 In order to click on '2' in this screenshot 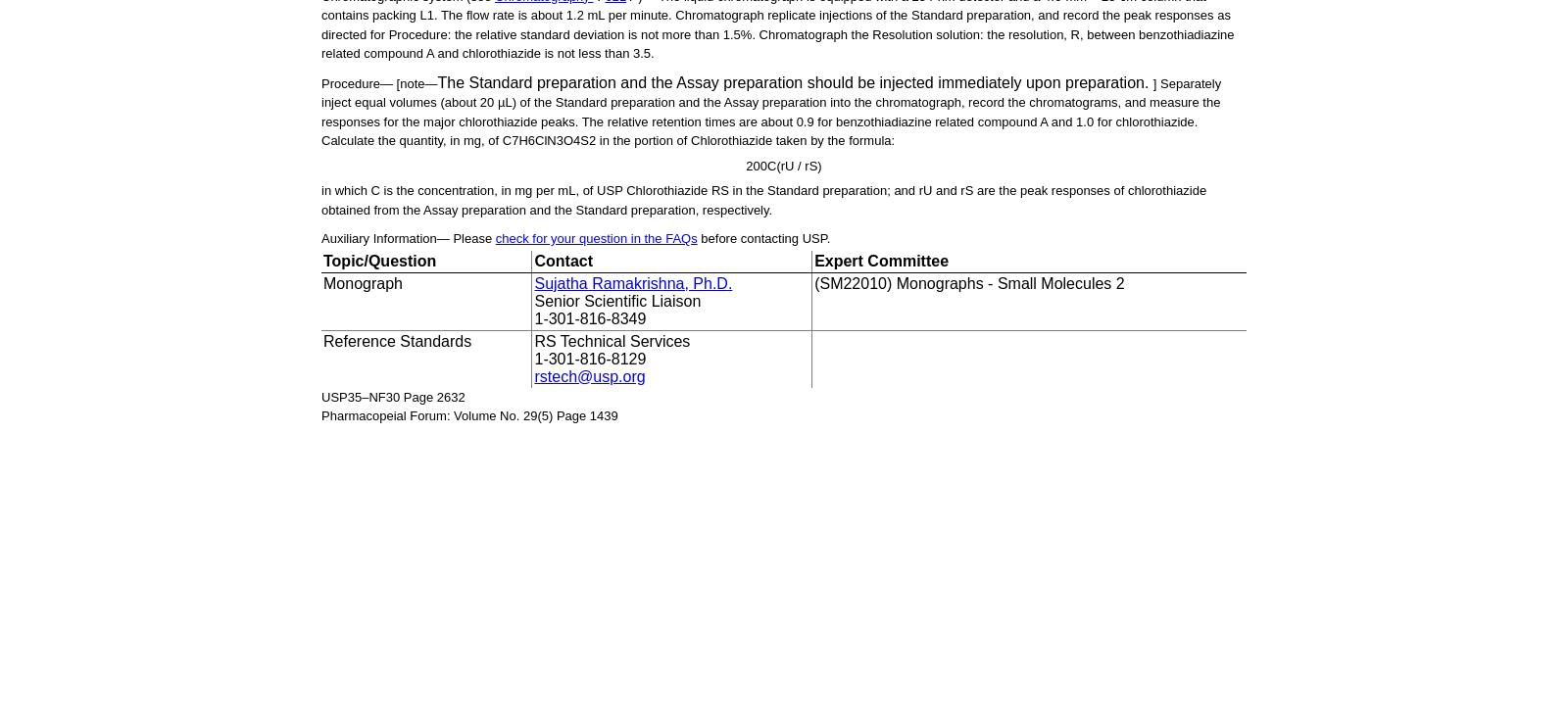, I will do `click(587, 139)`.